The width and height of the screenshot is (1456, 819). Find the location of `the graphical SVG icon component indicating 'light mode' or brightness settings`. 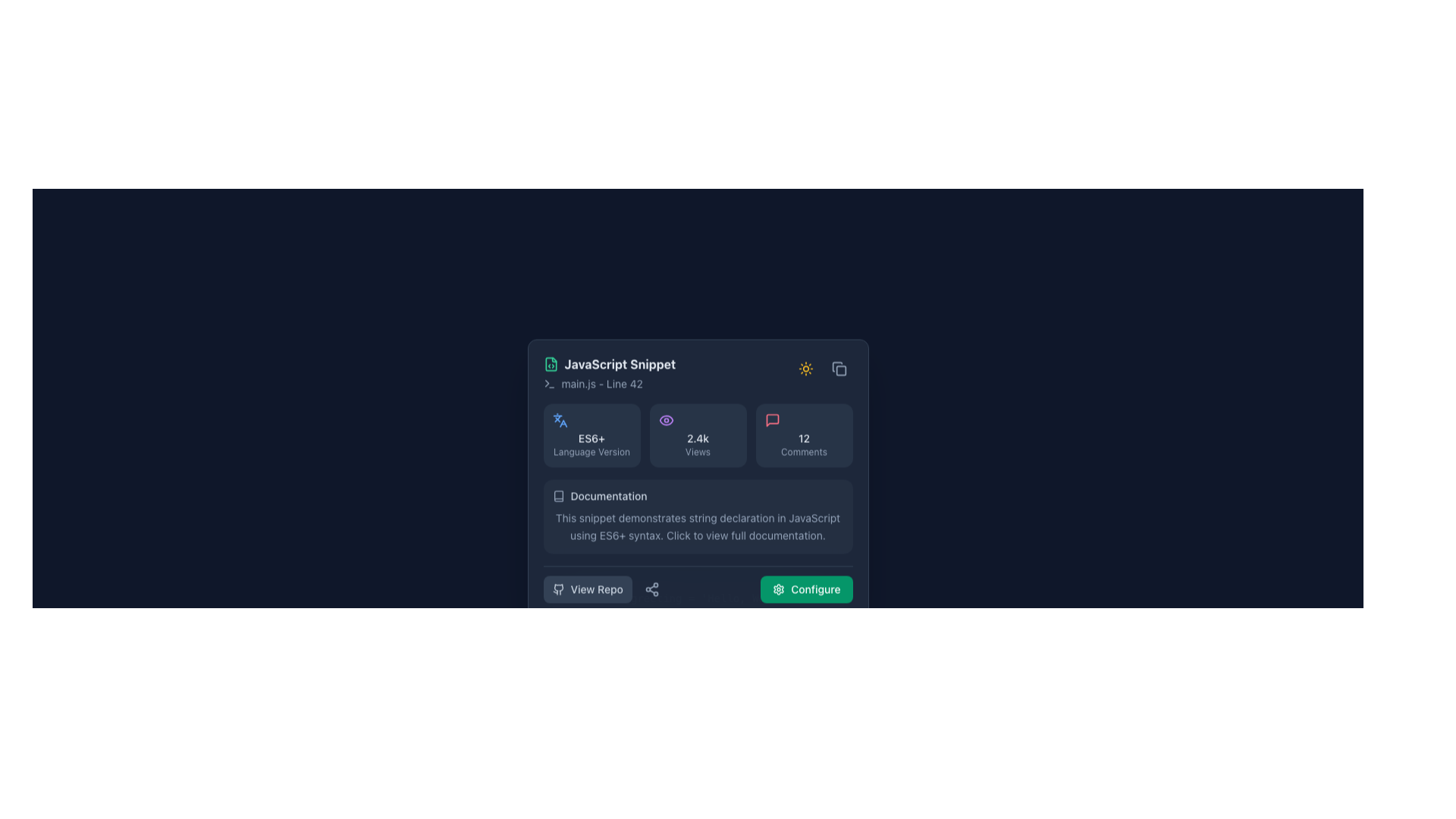

the graphical SVG icon component indicating 'light mode' or brightness settings is located at coordinates (805, 369).